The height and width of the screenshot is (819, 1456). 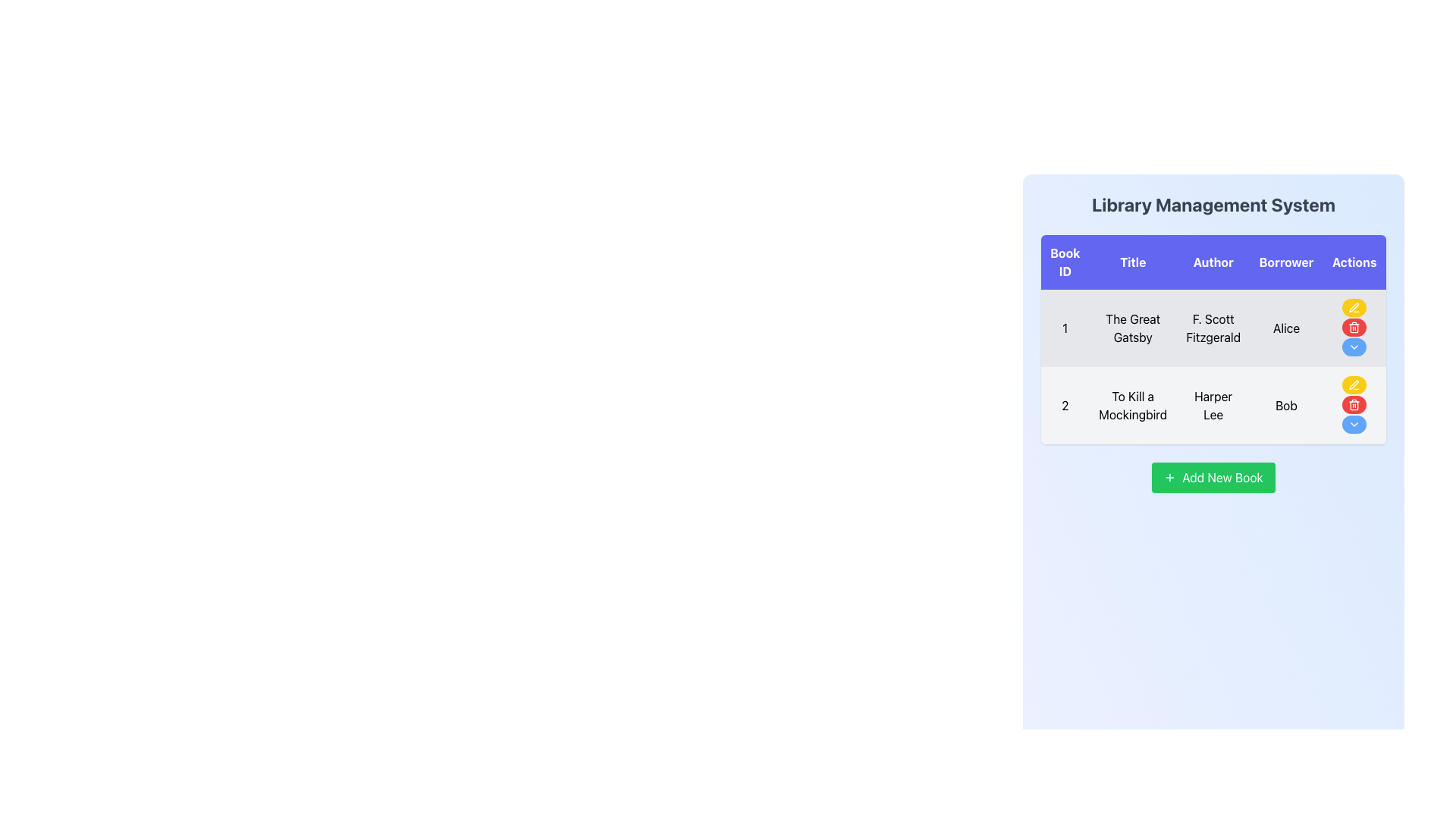 What do you see at coordinates (1133, 405) in the screenshot?
I see `or highlight the text label displaying the title 'To Kill a Mockingbird' located in the second row and second column of the table under the 'Title' header` at bounding box center [1133, 405].